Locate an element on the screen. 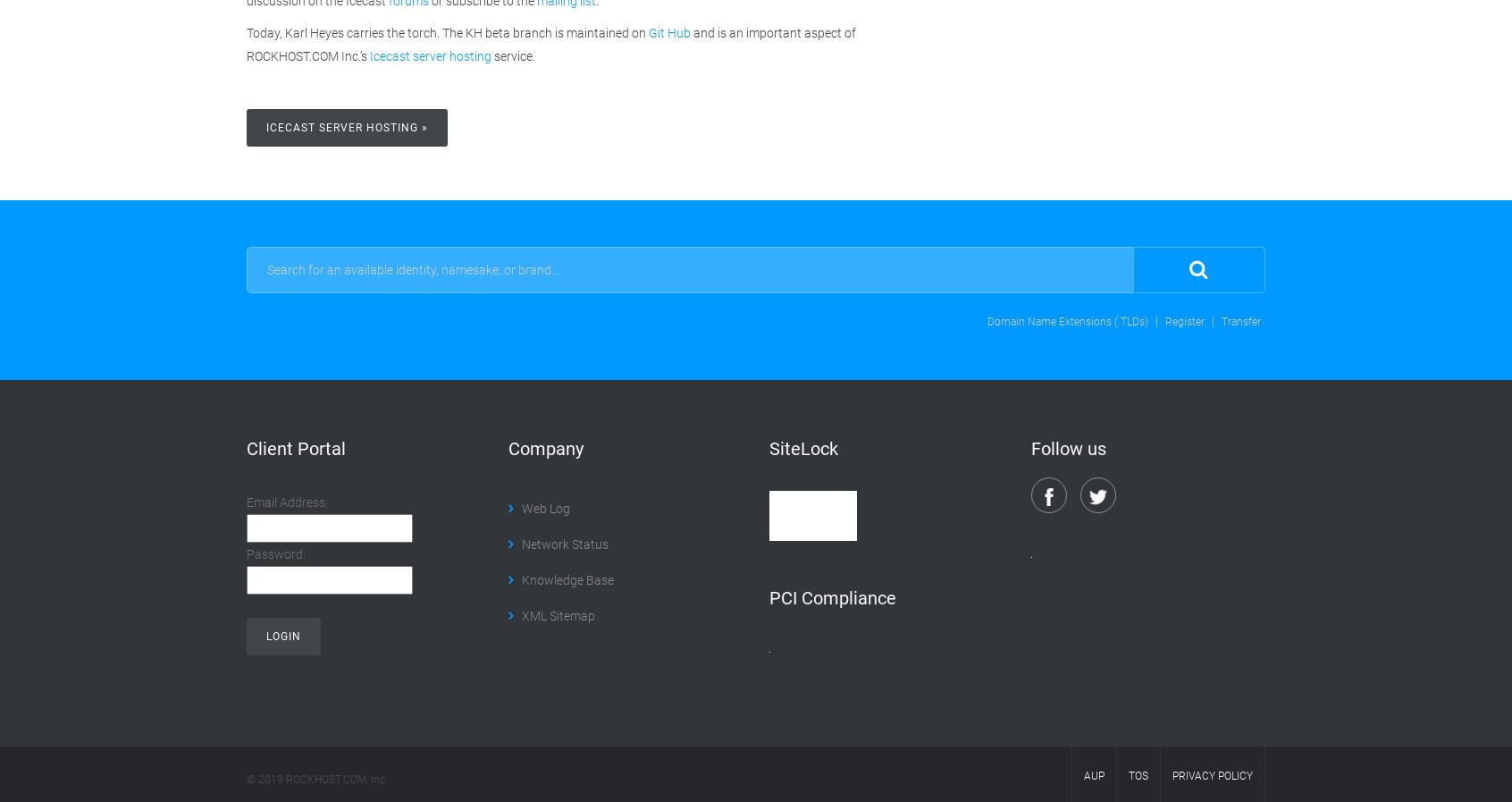 This screenshot has width=1512, height=802. 'Transfer' is located at coordinates (1240, 319).